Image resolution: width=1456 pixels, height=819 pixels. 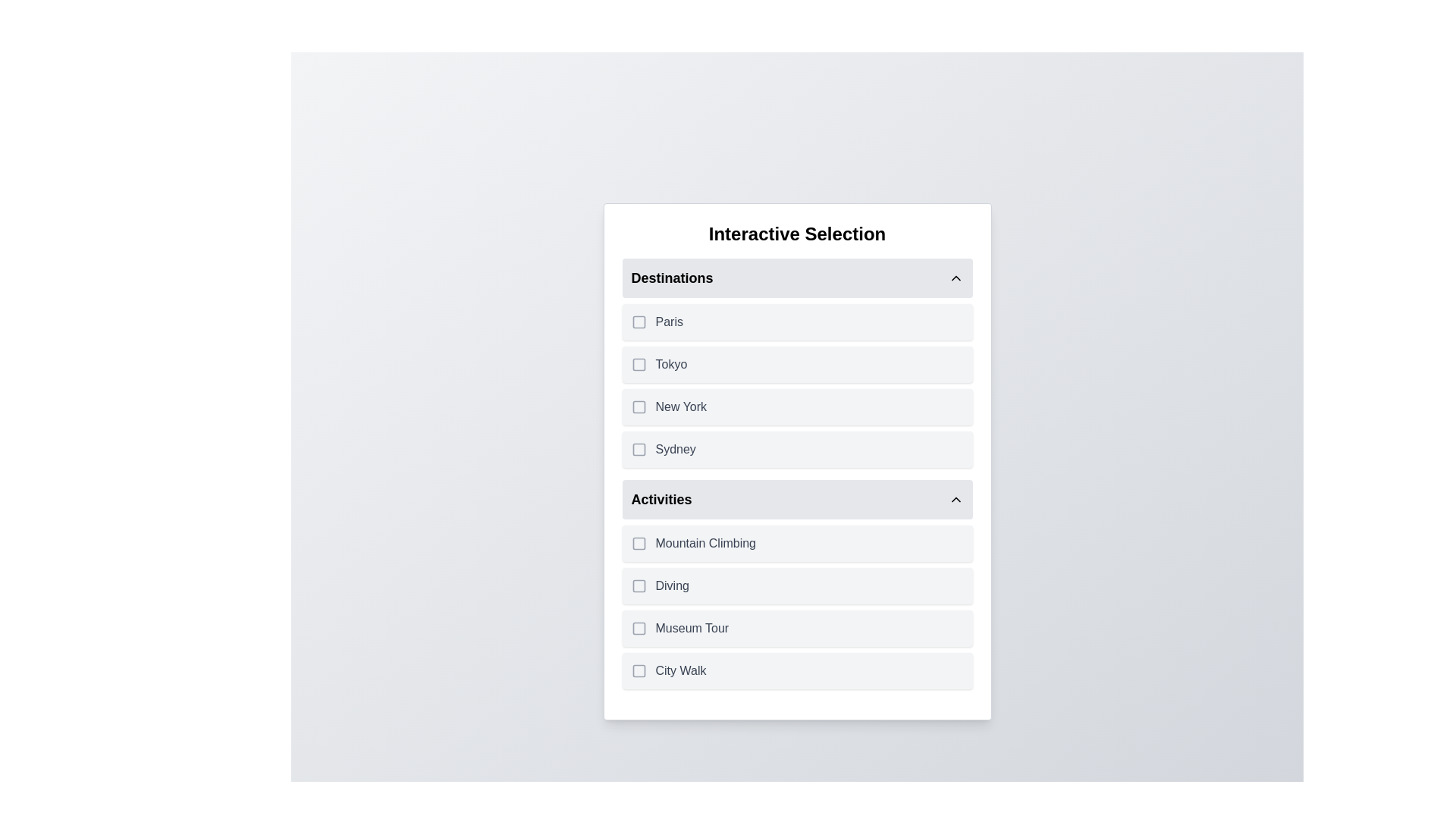 What do you see at coordinates (796, 449) in the screenshot?
I see `the item Sydney to trigger its hover effect` at bounding box center [796, 449].